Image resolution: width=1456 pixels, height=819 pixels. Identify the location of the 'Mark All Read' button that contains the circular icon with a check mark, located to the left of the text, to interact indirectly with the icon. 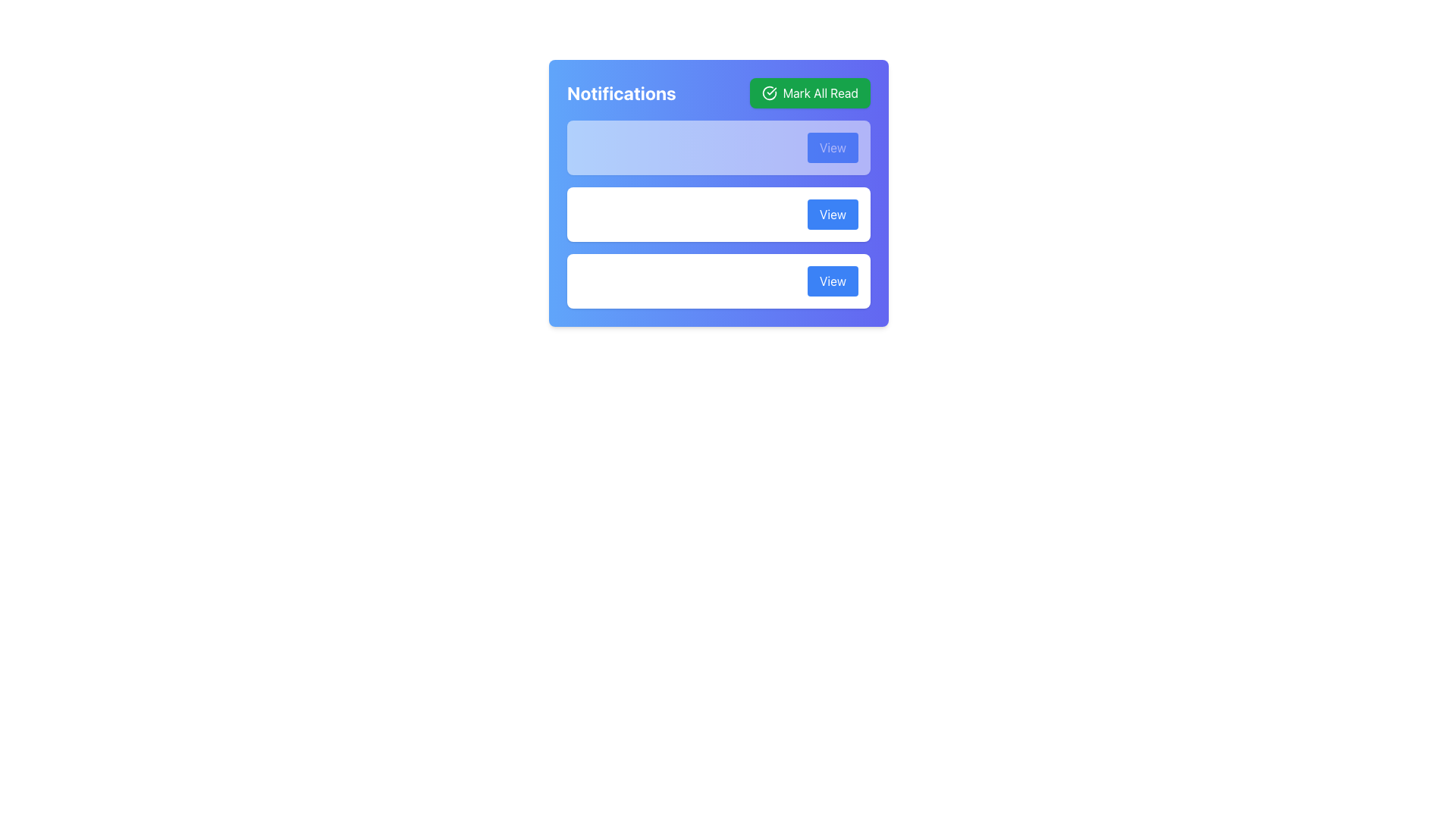
(769, 93).